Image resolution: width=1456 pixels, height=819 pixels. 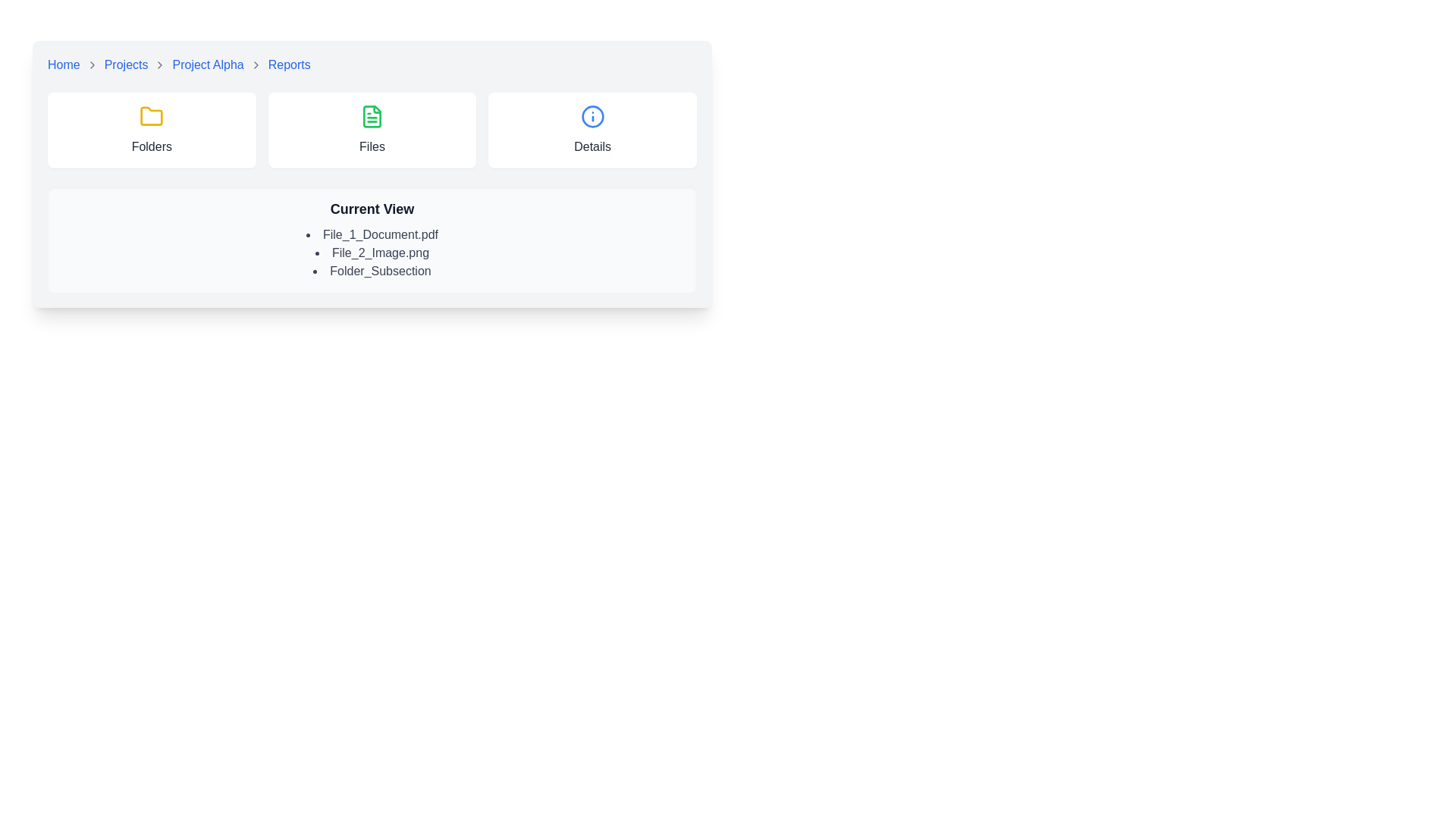 What do you see at coordinates (256, 64) in the screenshot?
I see `the right-facing chevron icon in the breadcrumb navigation bar, which is the fourth icon located between 'Project Alpha' and 'Reports'` at bounding box center [256, 64].